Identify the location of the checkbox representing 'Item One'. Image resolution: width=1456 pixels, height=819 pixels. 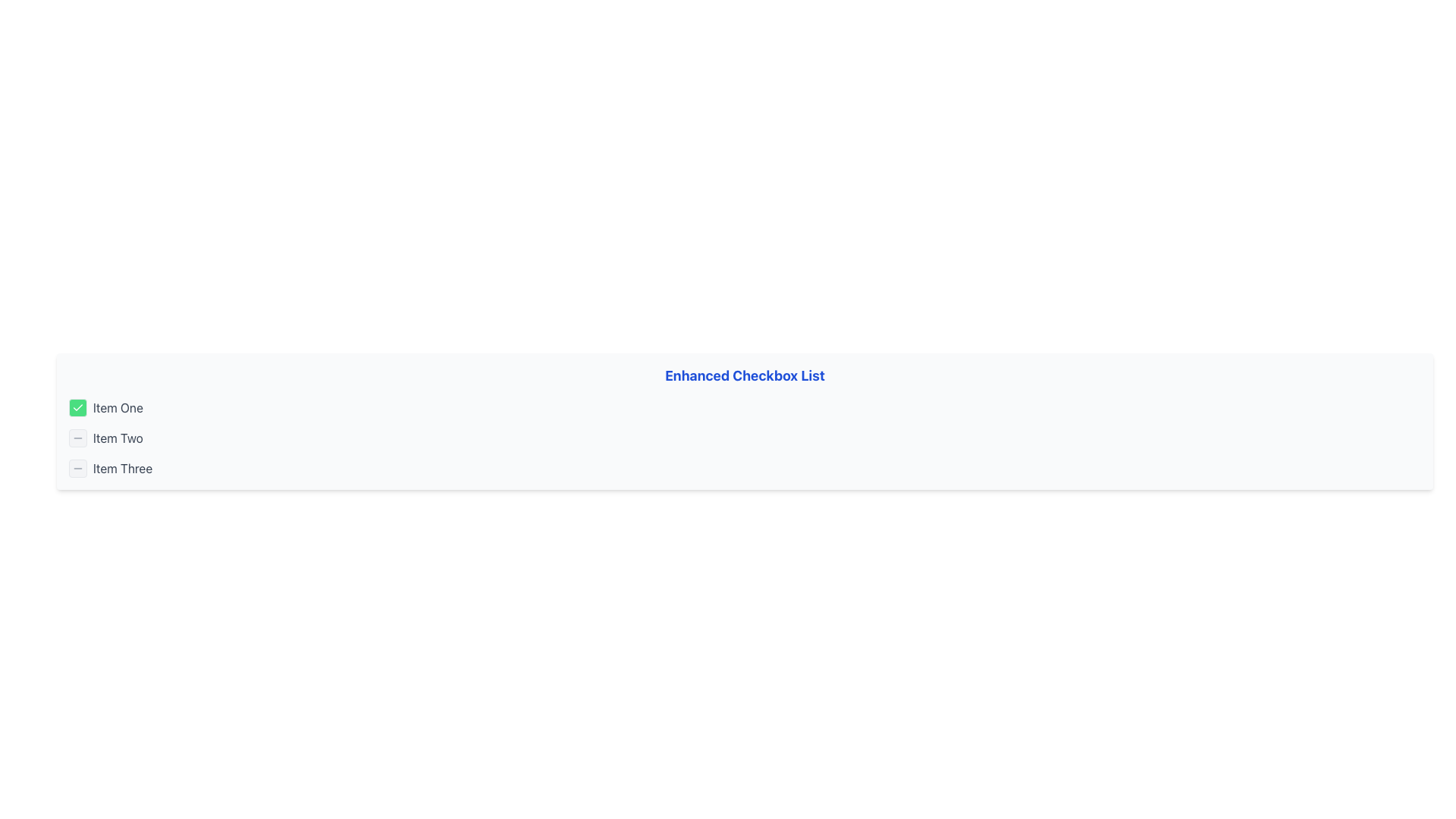
(77, 406).